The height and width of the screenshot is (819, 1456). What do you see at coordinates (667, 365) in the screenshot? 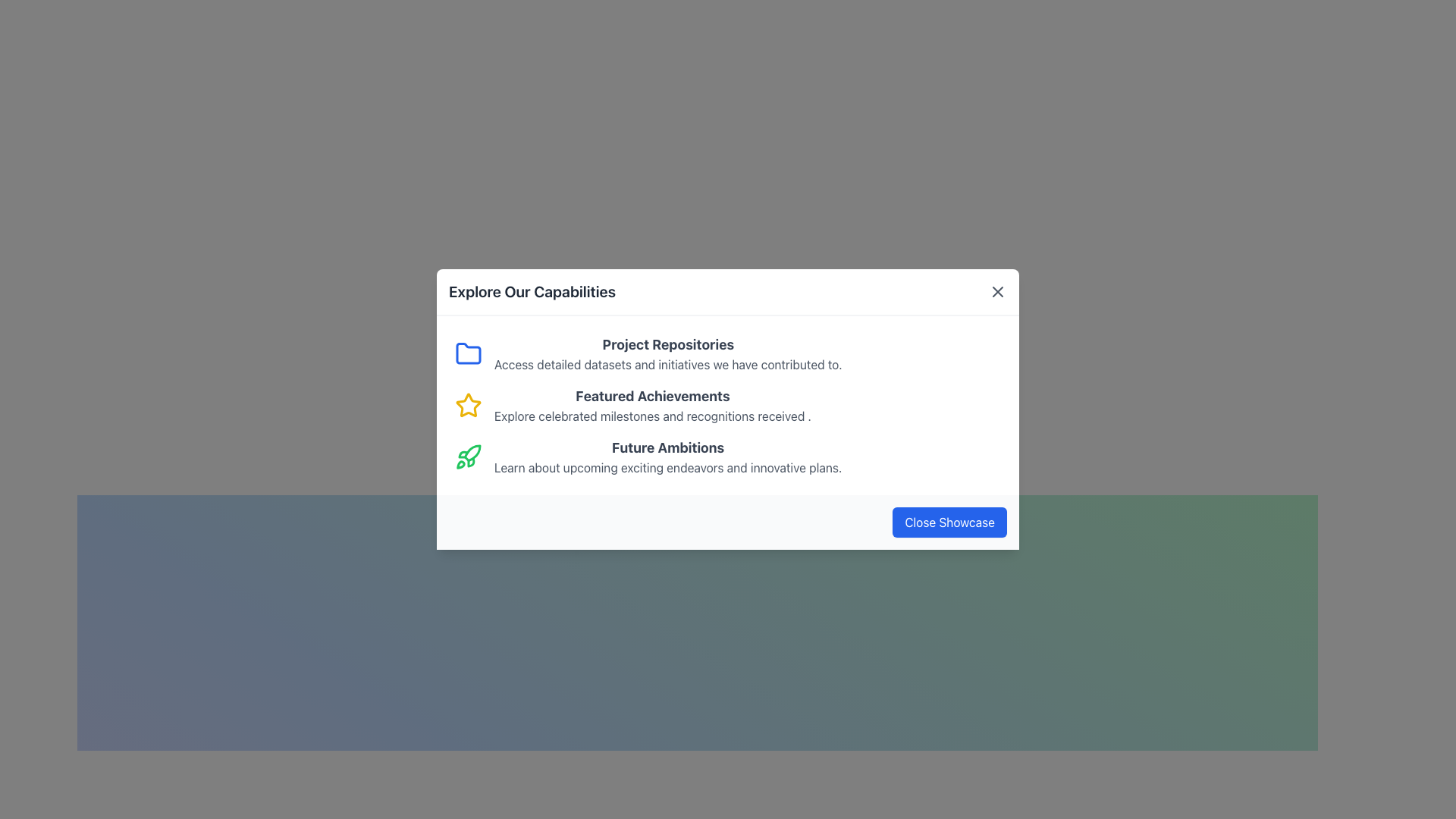
I see `descriptive text label located directly underneath the heading 'Project Repositories' which provides additional context about the section` at bounding box center [667, 365].